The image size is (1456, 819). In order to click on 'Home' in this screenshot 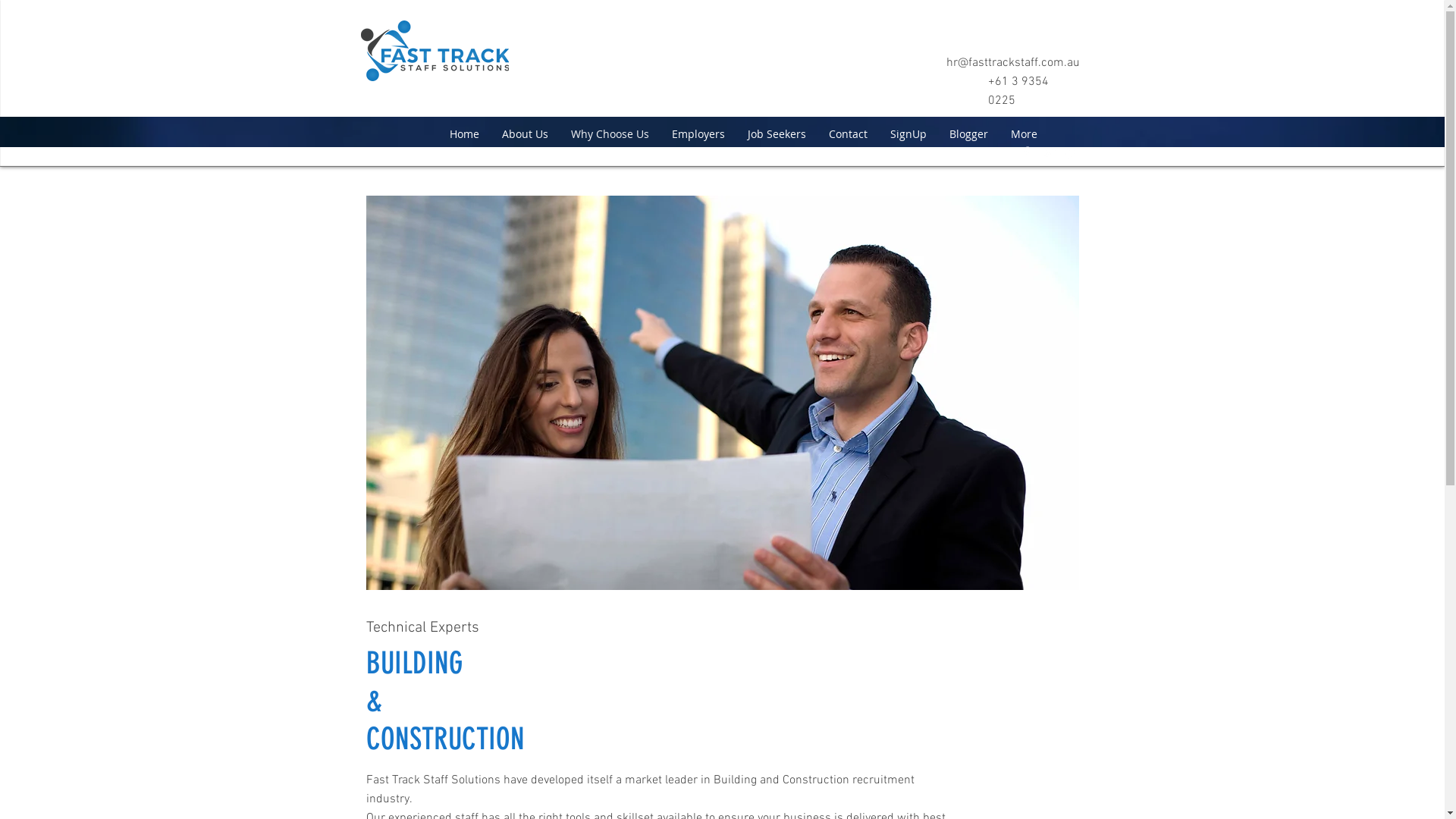, I will do `click(463, 133)`.